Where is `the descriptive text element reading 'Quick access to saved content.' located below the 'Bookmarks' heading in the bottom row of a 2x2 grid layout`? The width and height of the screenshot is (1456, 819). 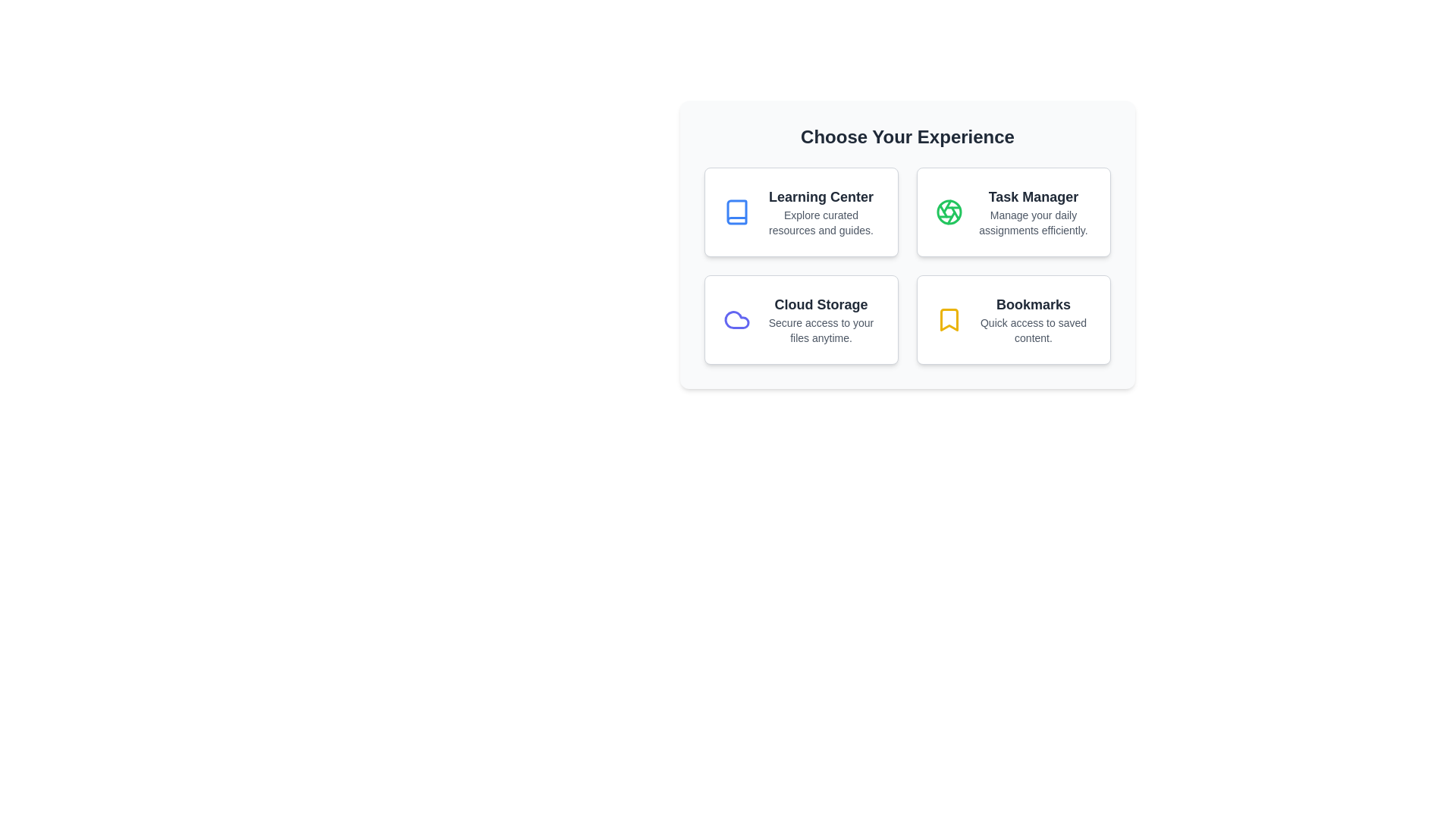 the descriptive text element reading 'Quick access to saved content.' located below the 'Bookmarks' heading in the bottom row of a 2x2 grid layout is located at coordinates (1033, 329).